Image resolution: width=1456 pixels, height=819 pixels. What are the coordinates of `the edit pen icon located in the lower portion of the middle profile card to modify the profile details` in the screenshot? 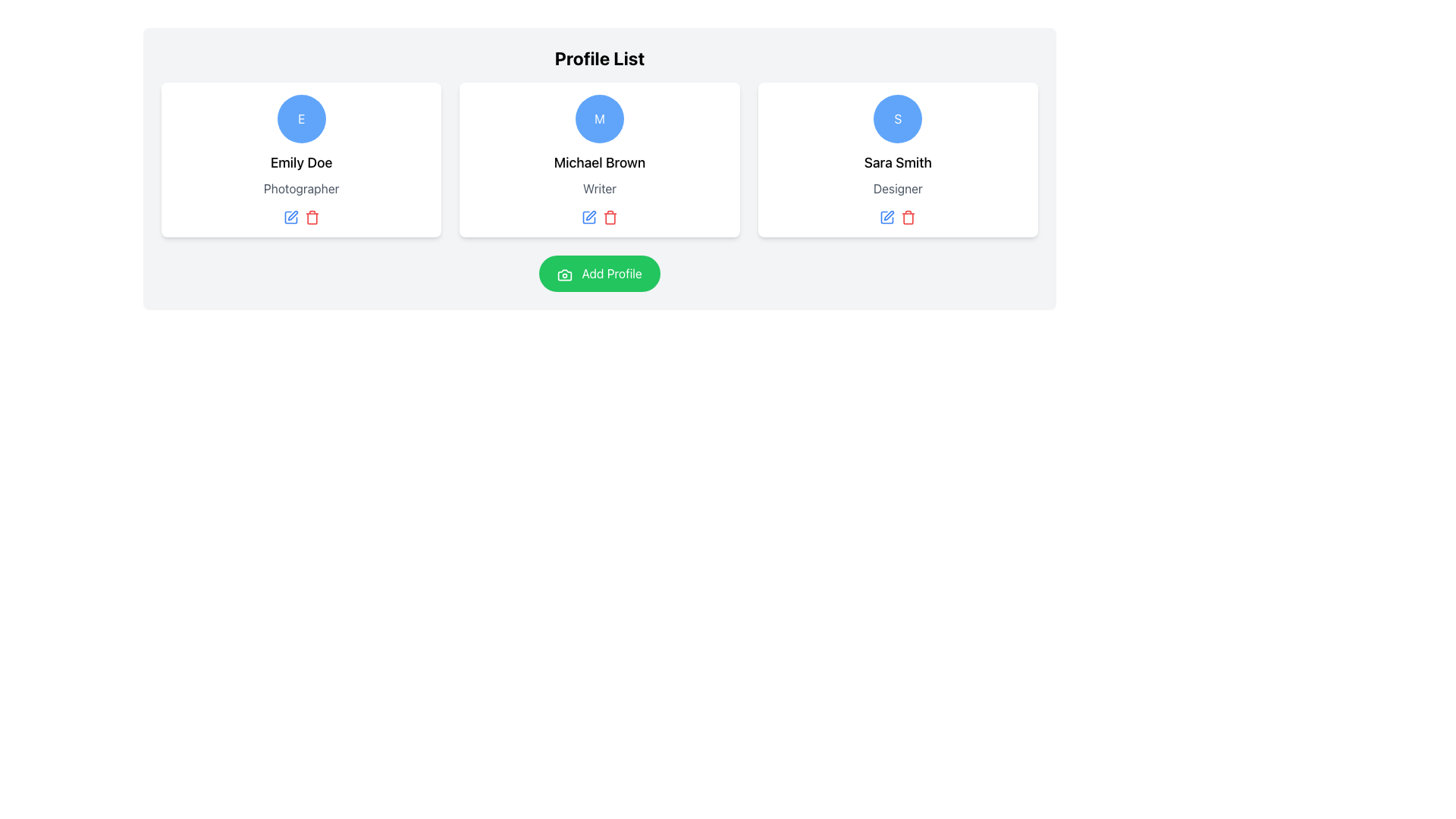 It's located at (590, 215).